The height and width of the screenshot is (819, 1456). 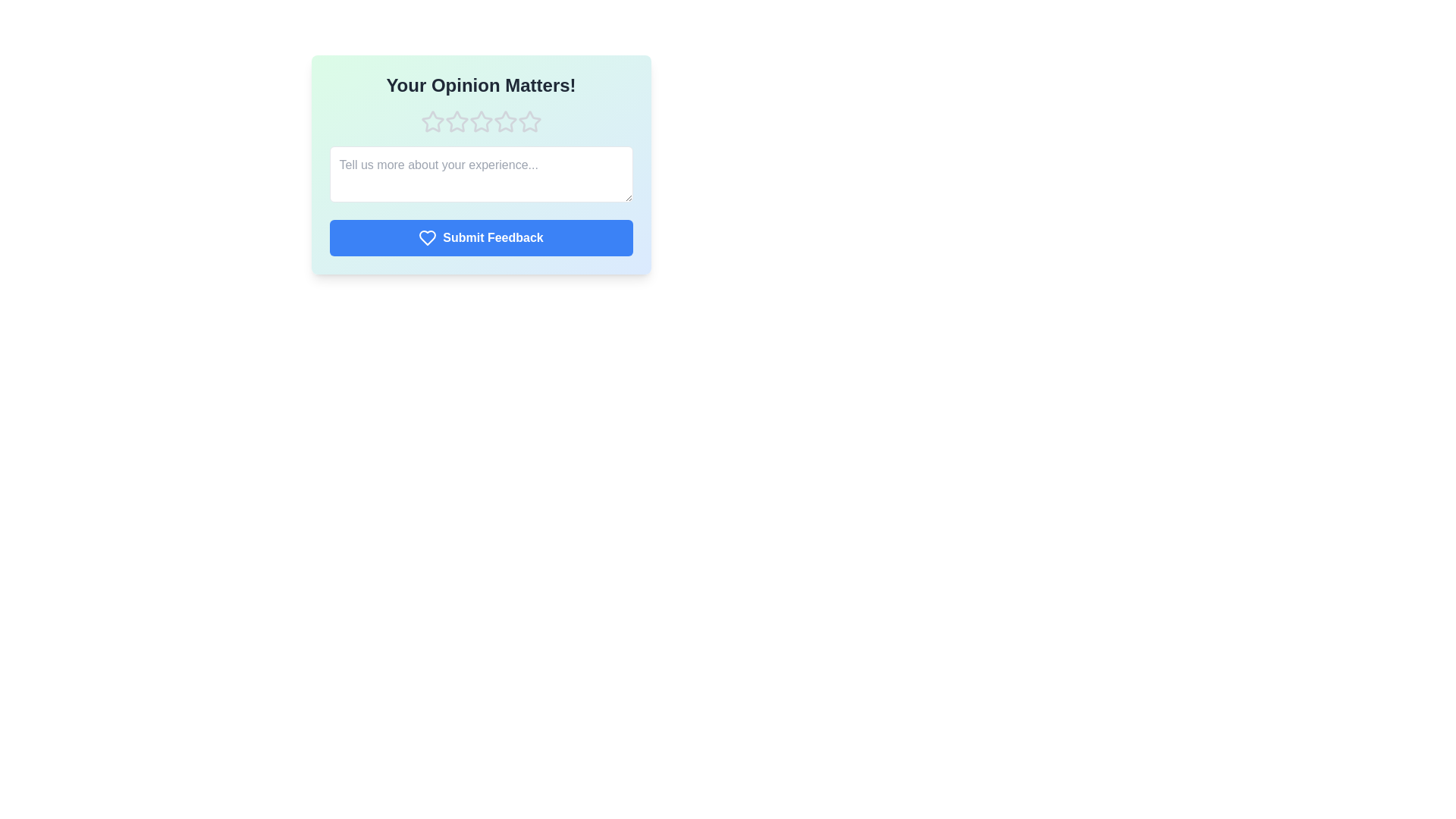 I want to click on the first star icon in the rating tool, so click(x=456, y=121).